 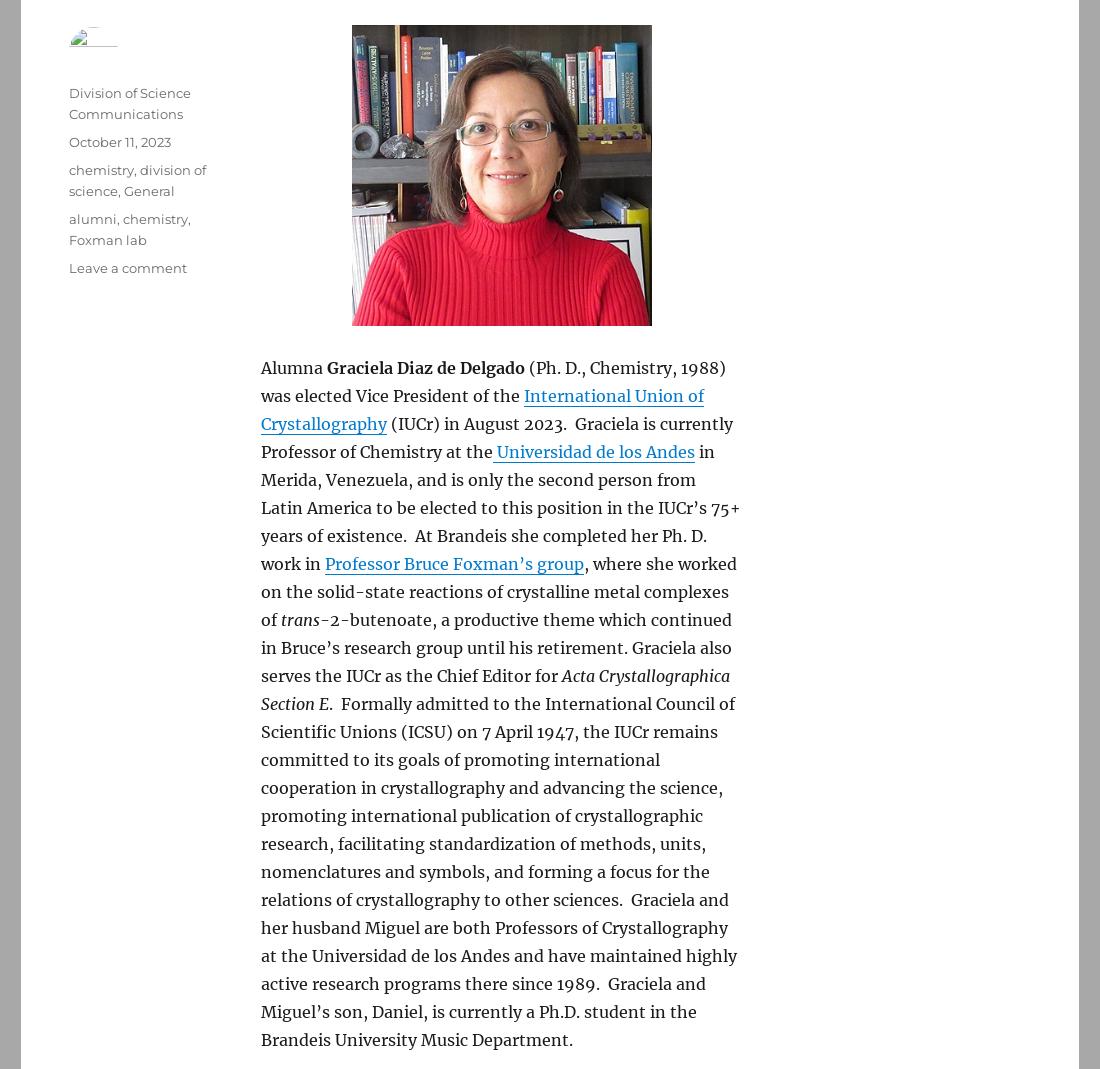 What do you see at coordinates (324, 564) in the screenshot?
I see `'Professor Bruce Foxman’s group'` at bounding box center [324, 564].